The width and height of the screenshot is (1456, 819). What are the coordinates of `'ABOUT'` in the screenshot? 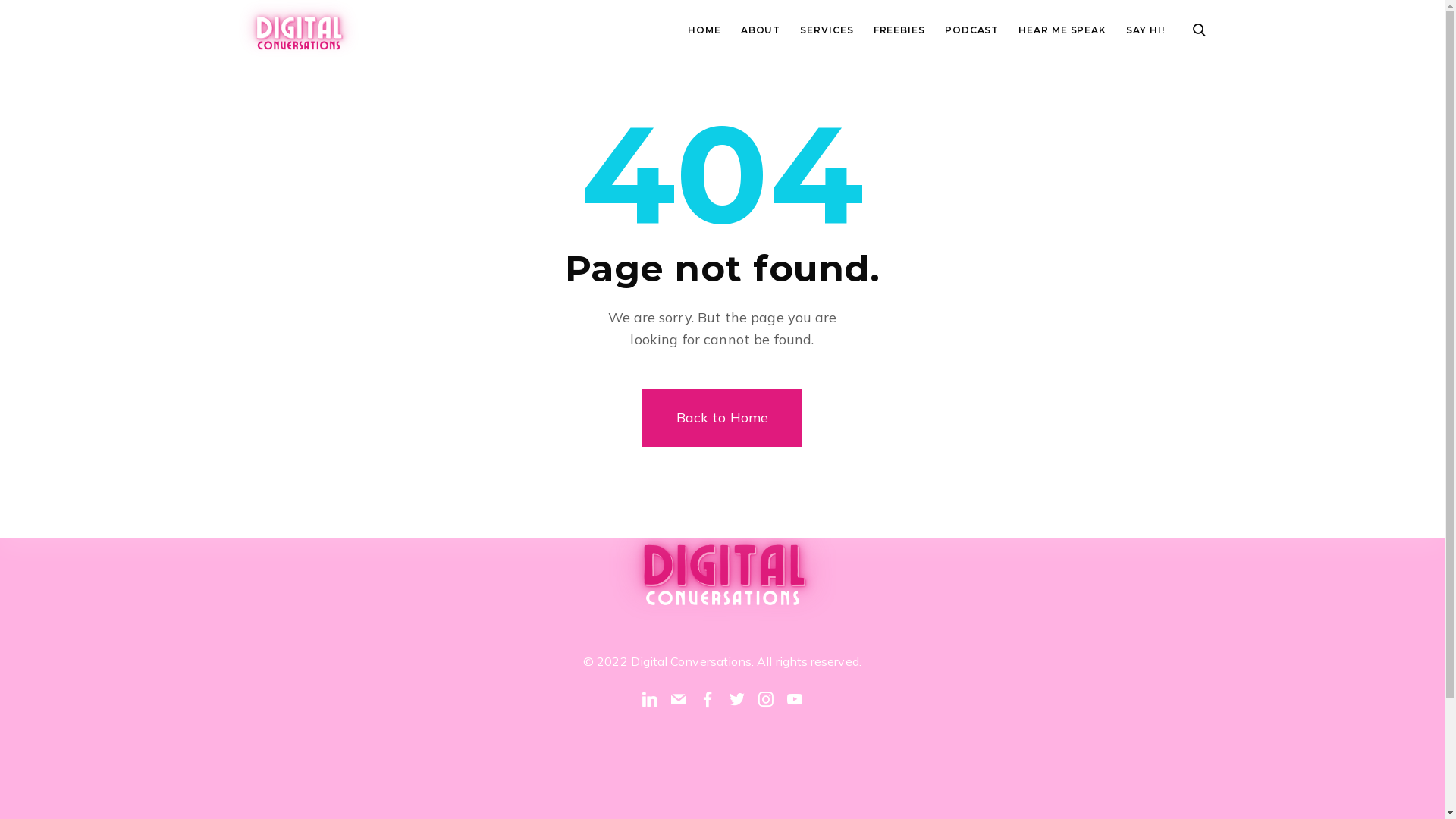 It's located at (761, 30).